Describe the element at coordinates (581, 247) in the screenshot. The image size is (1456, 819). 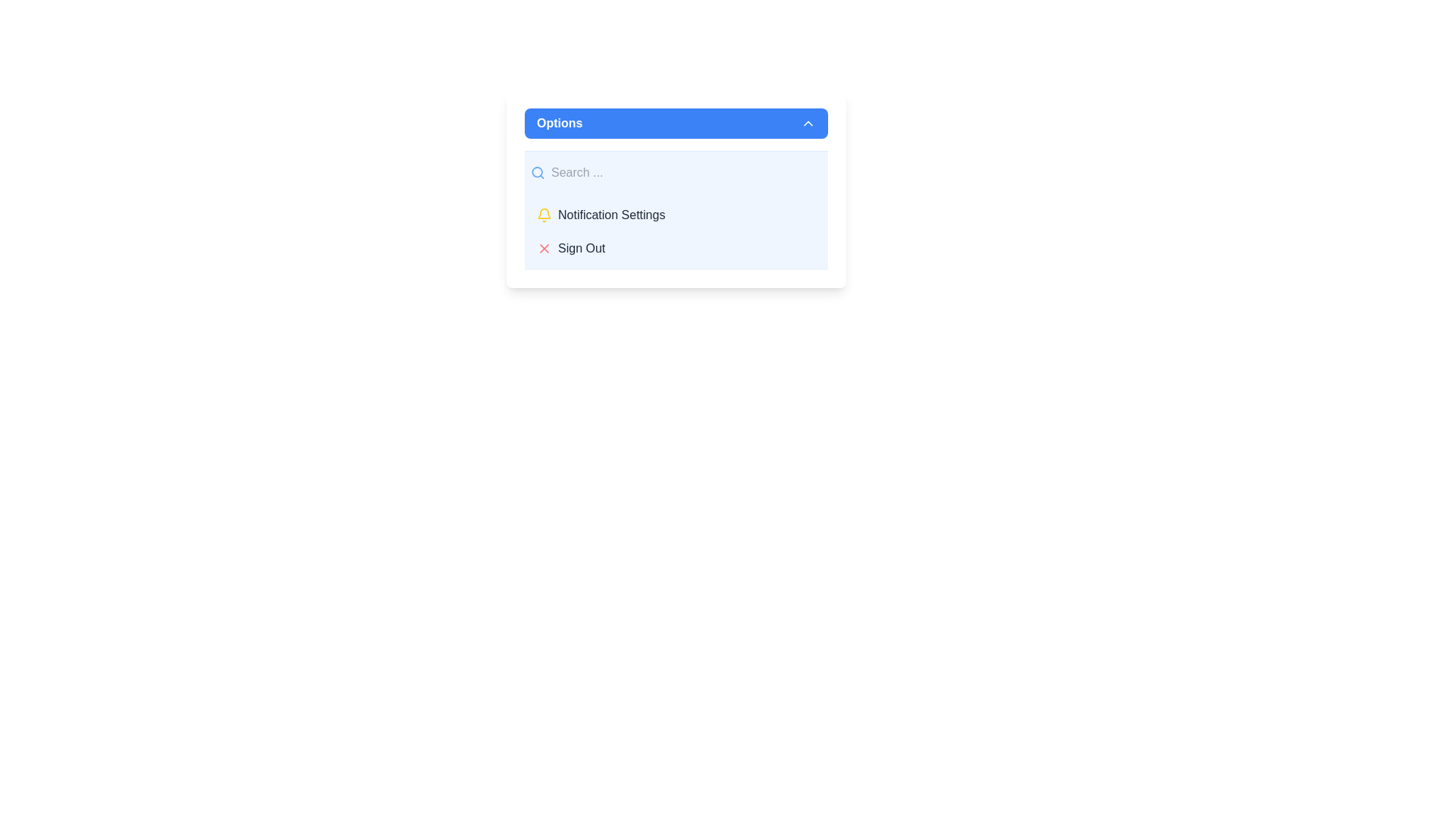
I see `the 'Sign Out' text label located in the lower section of the dropdown menu under the 'Options' title` at that location.